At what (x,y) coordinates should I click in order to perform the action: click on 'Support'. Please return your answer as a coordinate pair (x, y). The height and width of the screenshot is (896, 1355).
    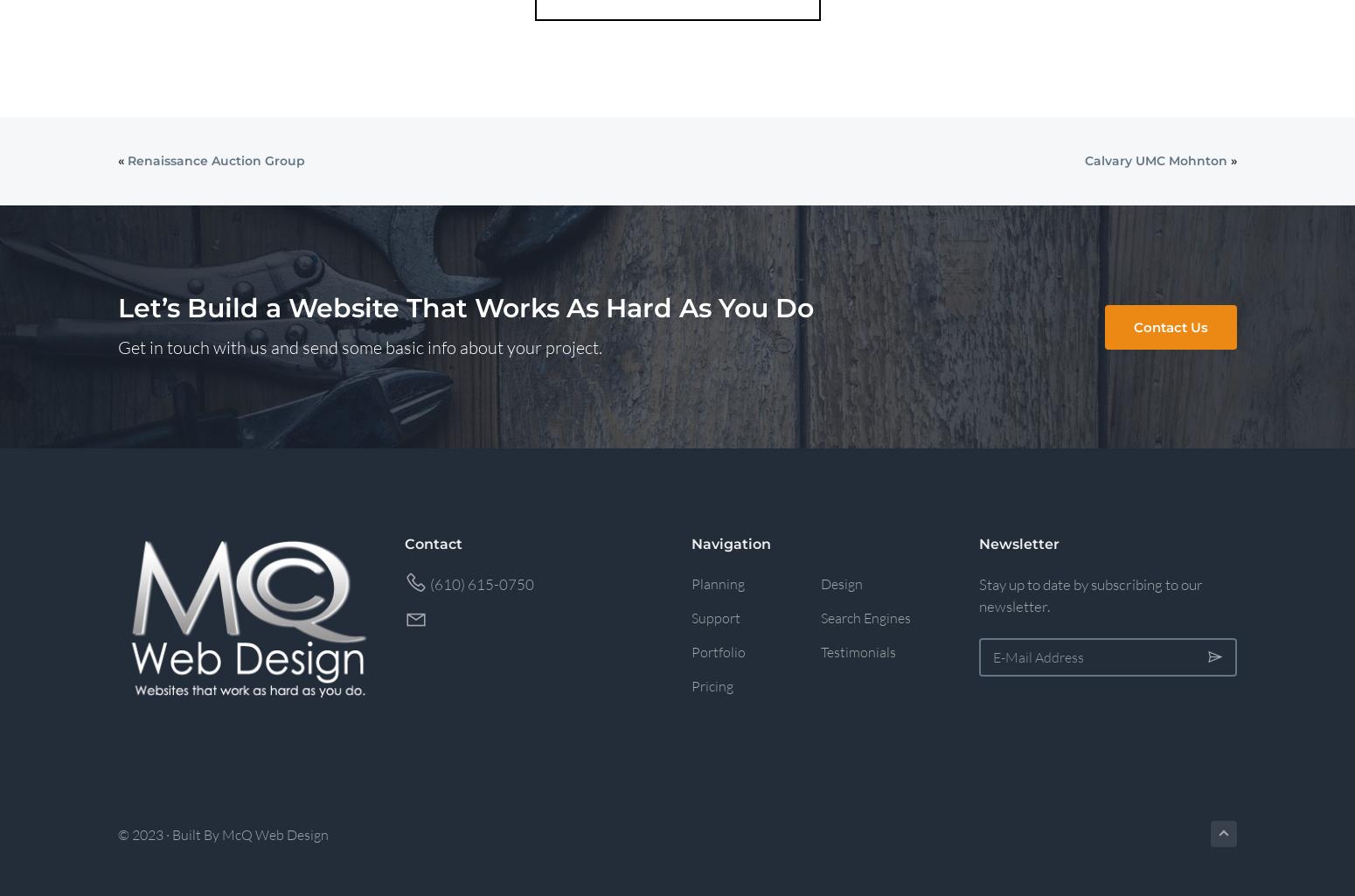
    Looking at the image, I should click on (690, 616).